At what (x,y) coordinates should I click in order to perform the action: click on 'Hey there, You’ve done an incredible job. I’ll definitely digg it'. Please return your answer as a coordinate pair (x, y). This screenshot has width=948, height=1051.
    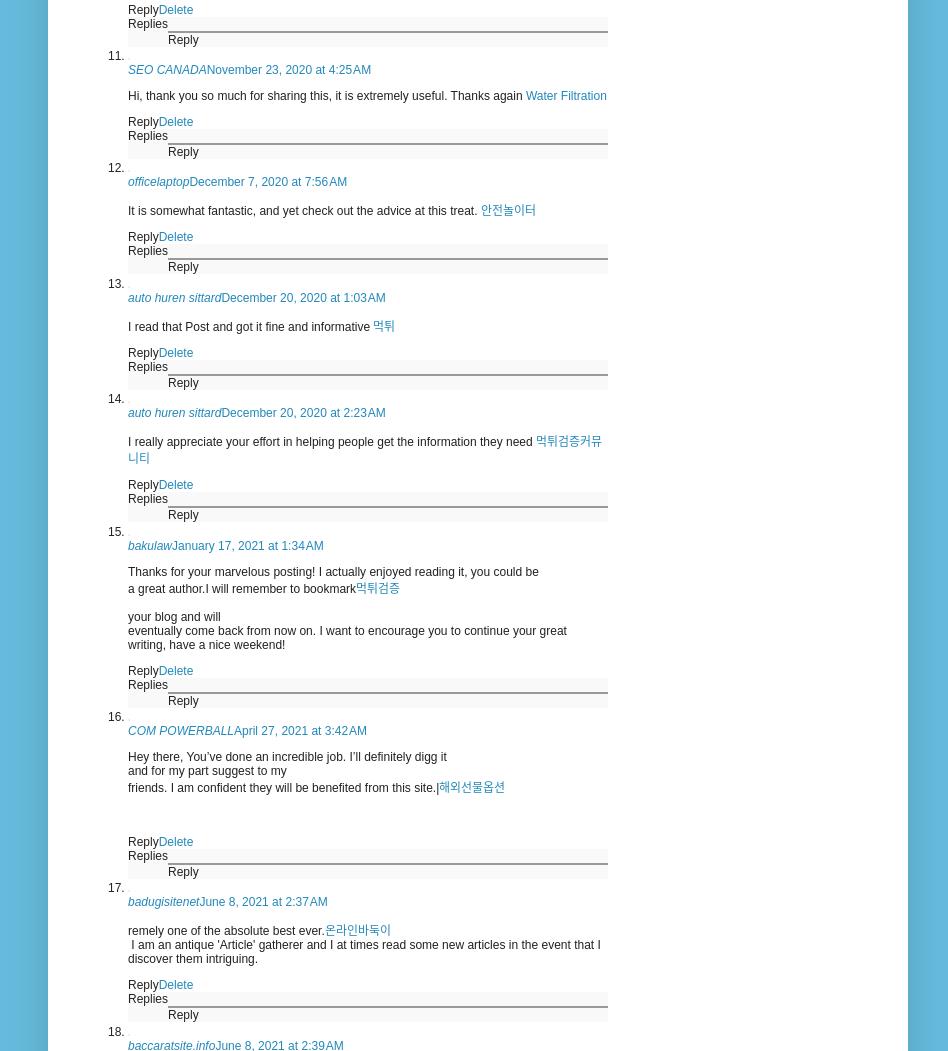
    Looking at the image, I should click on (126, 757).